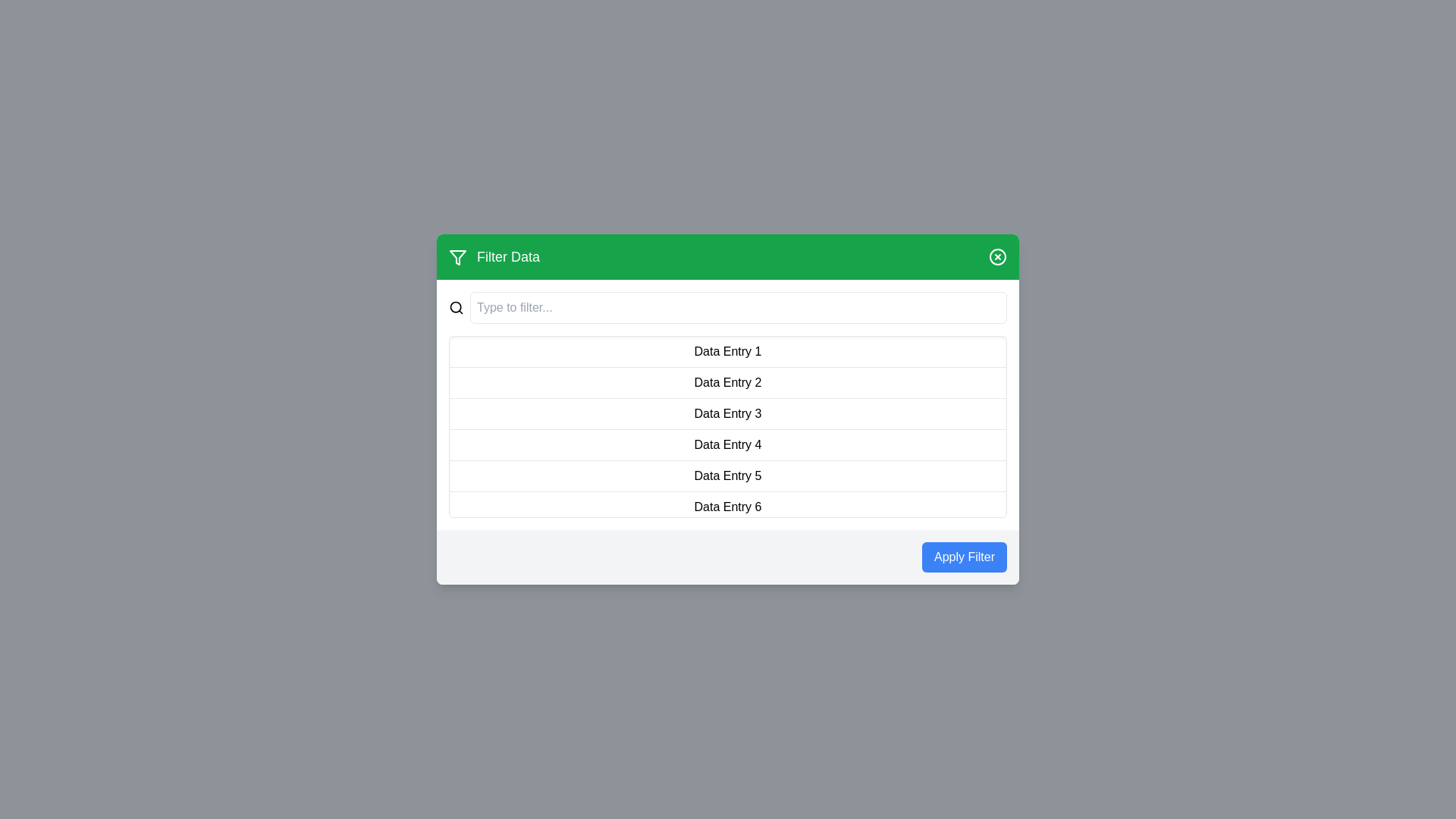 Image resolution: width=1456 pixels, height=819 pixels. Describe the element at coordinates (728, 382) in the screenshot. I see `the item Data Entry 2 from the filtered data list` at that location.